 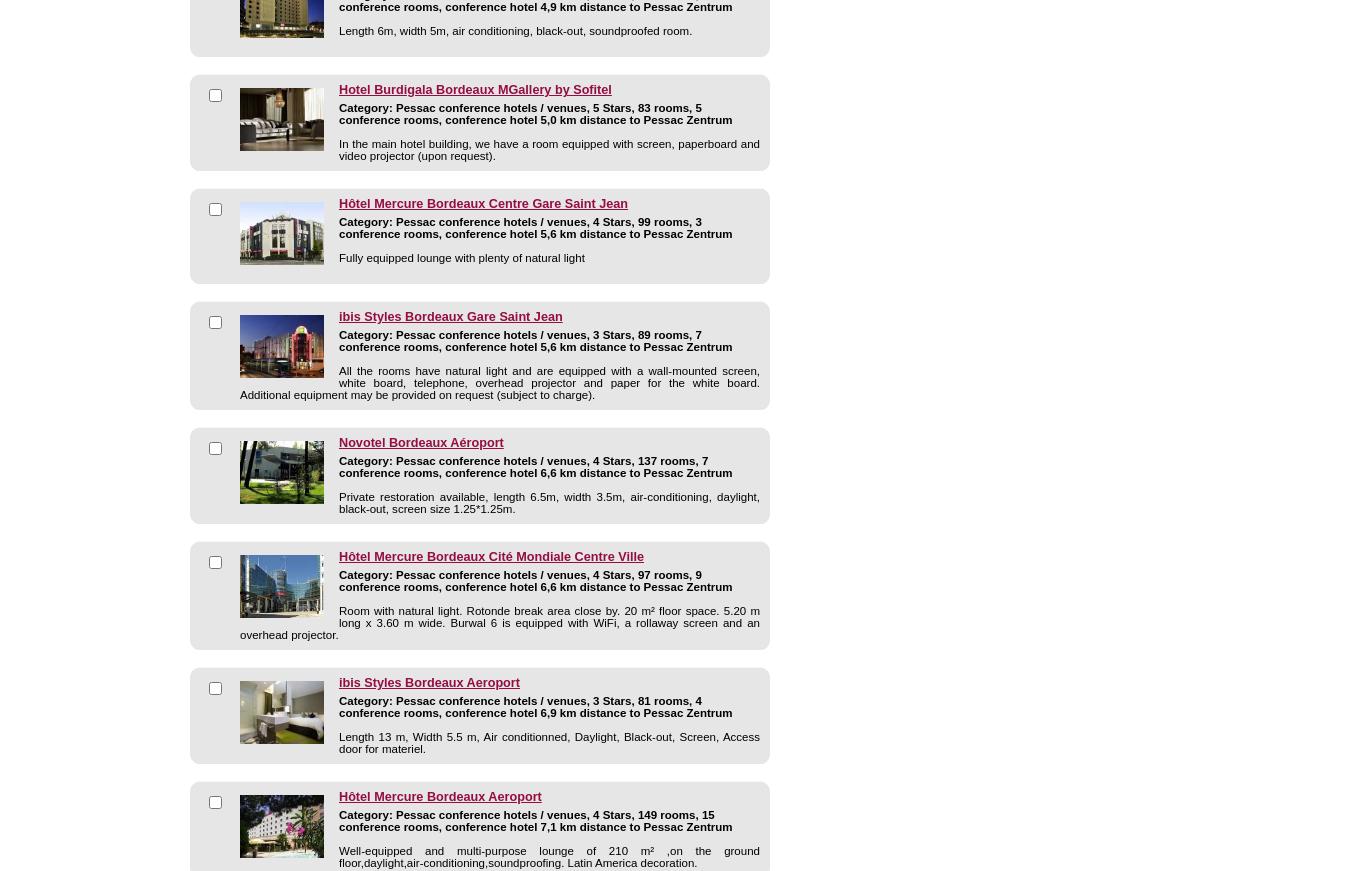 What do you see at coordinates (338, 88) in the screenshot?
I see `'Hotel Burdigala Bordeaux MGallery by Sofitel'` at bounding box center [338, 88].